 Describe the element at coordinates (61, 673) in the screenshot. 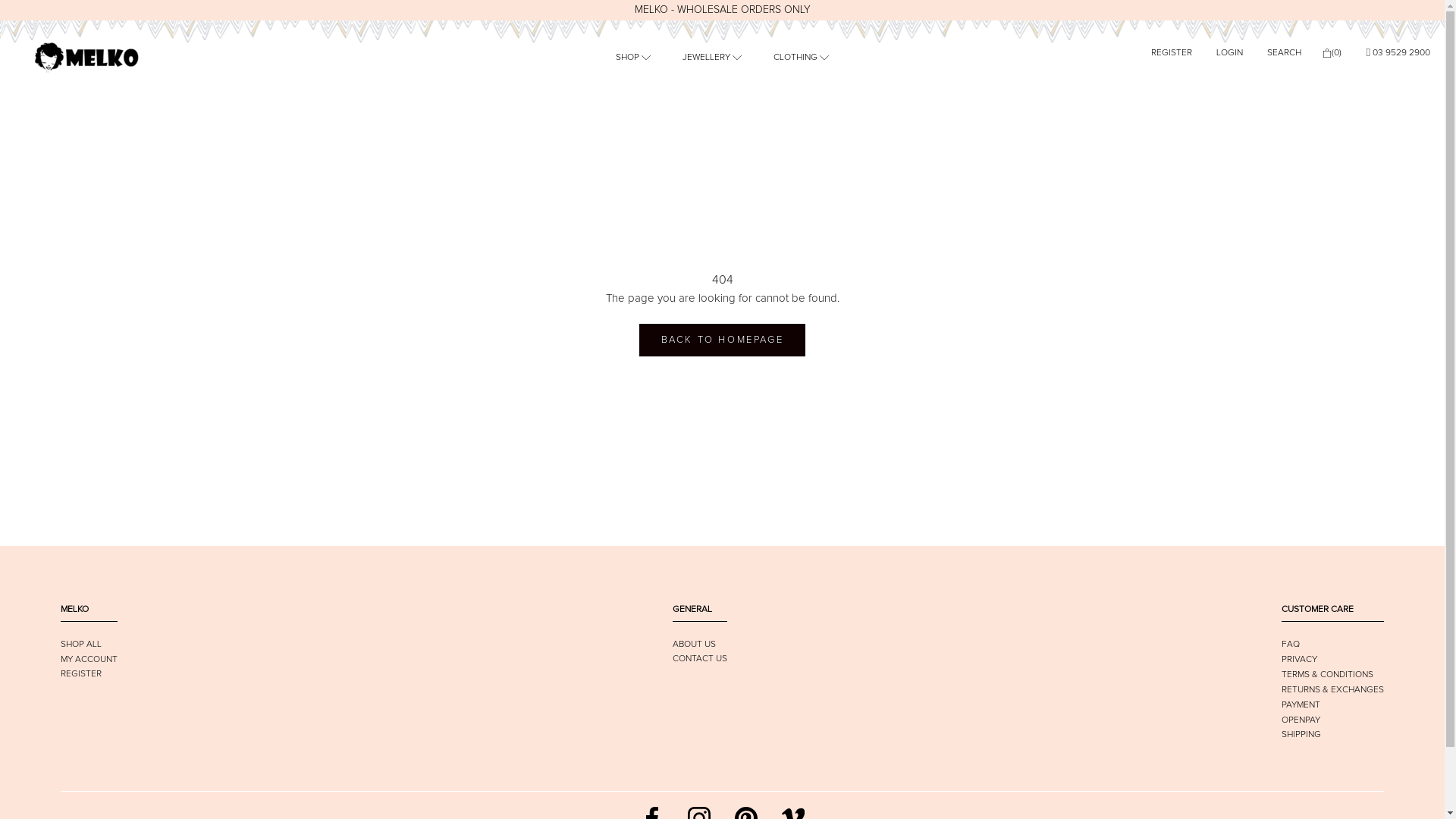

I see `'REGISTER'` at that location.